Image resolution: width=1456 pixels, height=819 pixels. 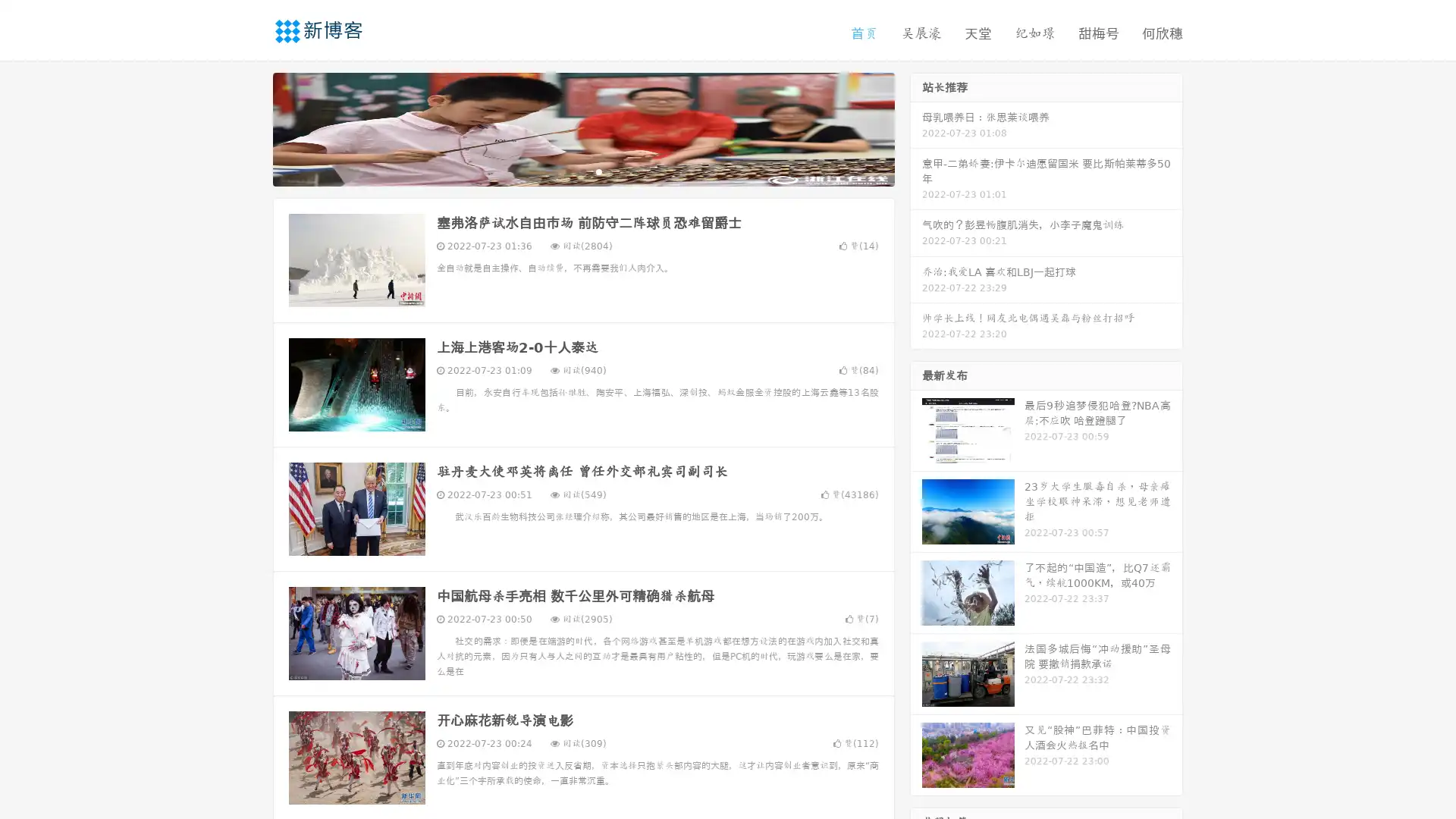 I want to click on Previous slide, so click(x=250, y=127).